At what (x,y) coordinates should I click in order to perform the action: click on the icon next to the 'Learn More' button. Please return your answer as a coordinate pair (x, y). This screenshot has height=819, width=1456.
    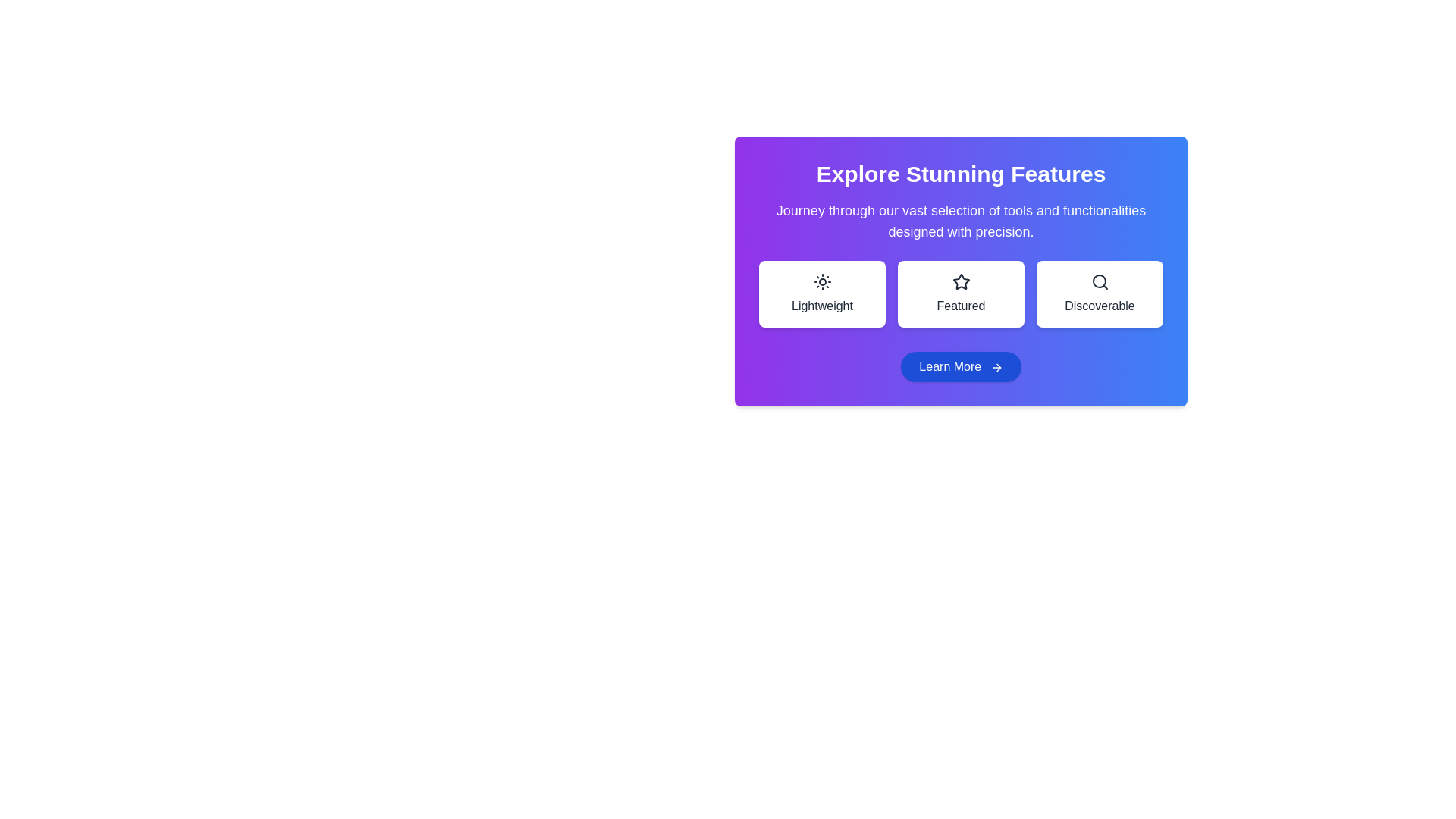
    Looking at the image, I should click on (996, 367).